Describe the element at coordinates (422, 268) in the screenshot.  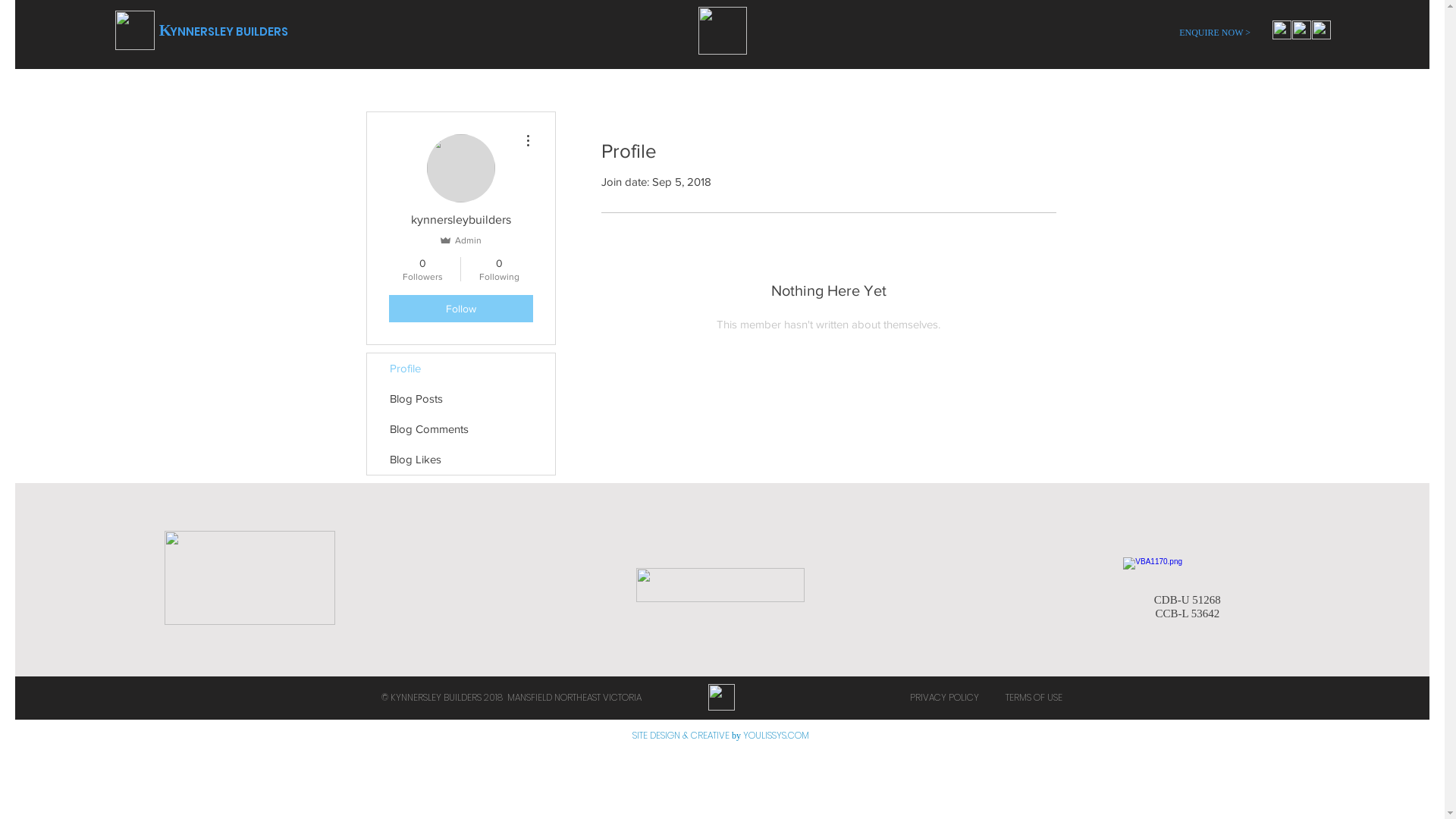
I see `'0` at that location.